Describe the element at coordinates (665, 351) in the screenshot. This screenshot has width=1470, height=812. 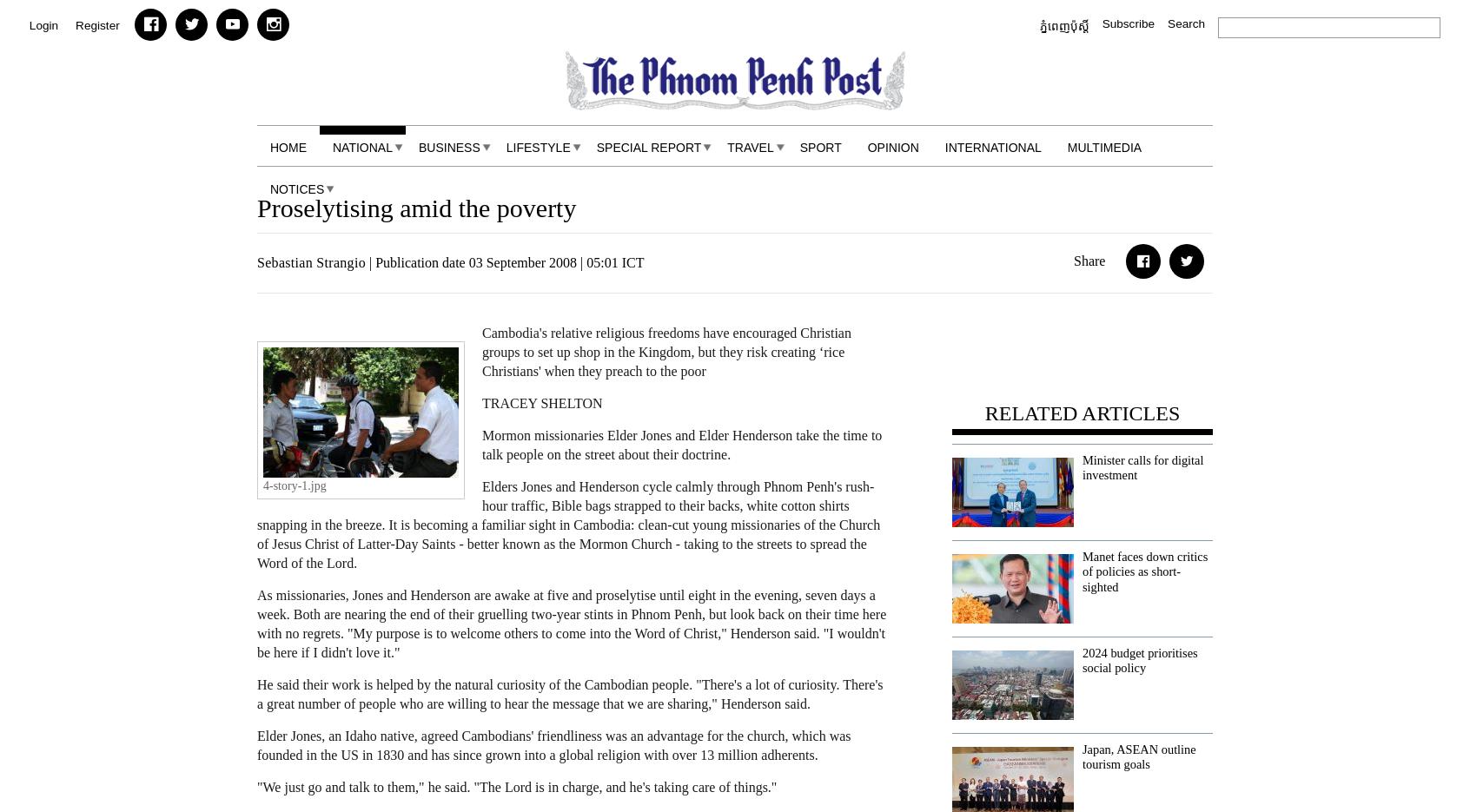
I see `'Cambodia's relative religious freedoms have encouraged Christian groups to set up shop in the Kingdom, but they risk creating ‘rice Christians' when they preach to the poor'` at that location.